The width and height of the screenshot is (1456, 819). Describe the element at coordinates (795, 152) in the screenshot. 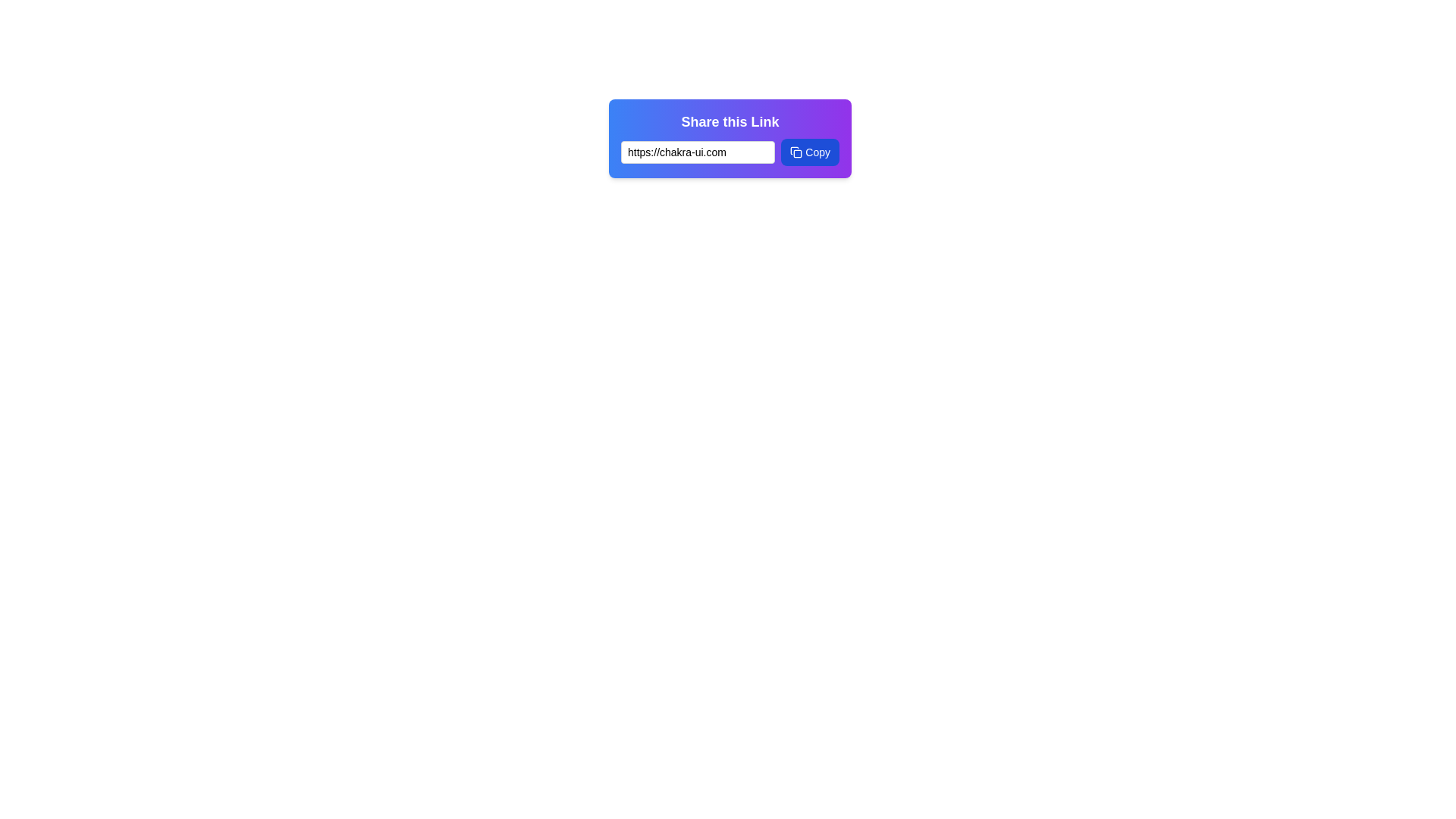

I see `the 'Copy' button containing the small blue and white icon representing two stacked rectangles` at that location.